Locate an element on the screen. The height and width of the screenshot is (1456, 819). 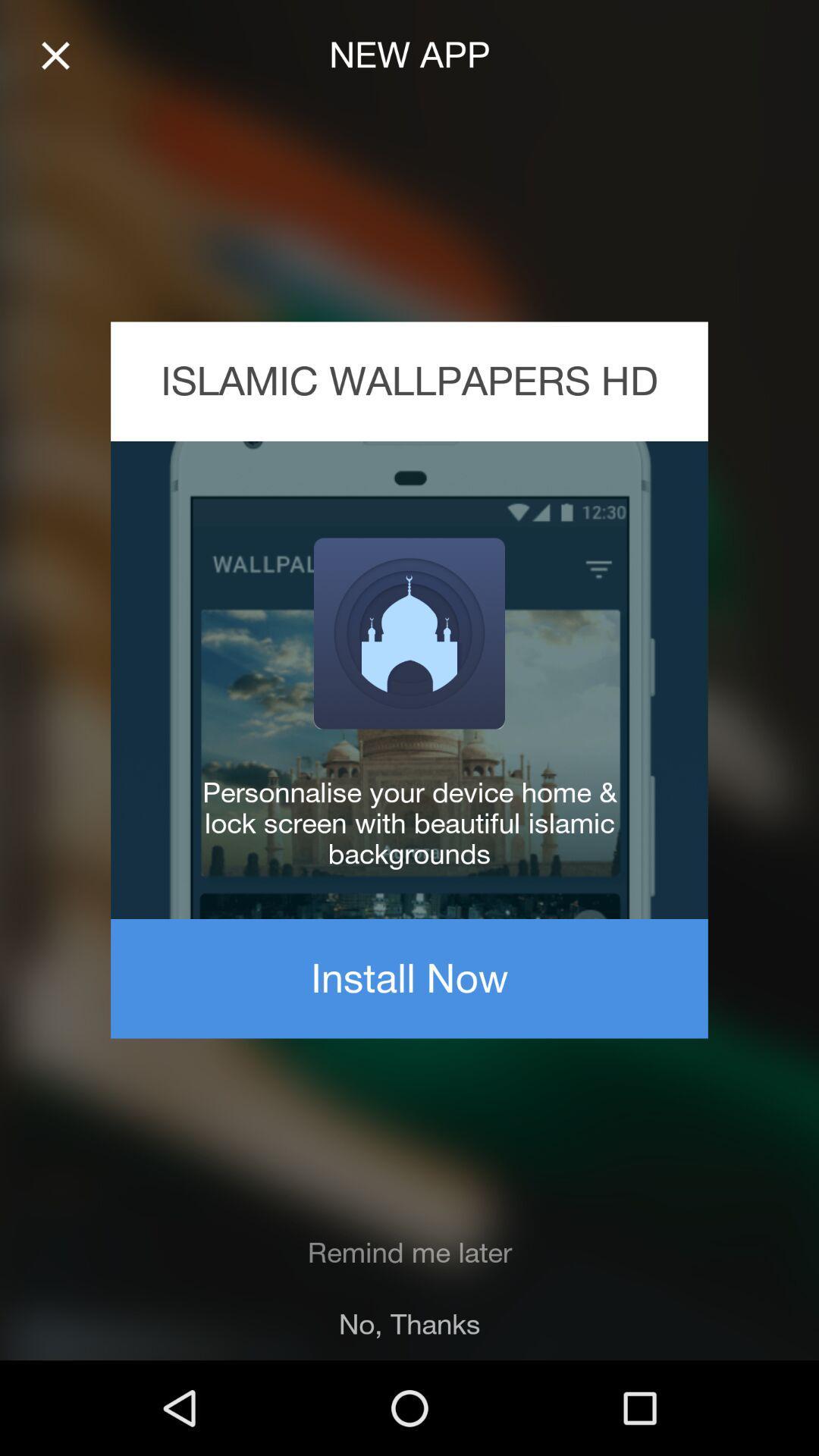
install now item is located at coordinates (409, 978).